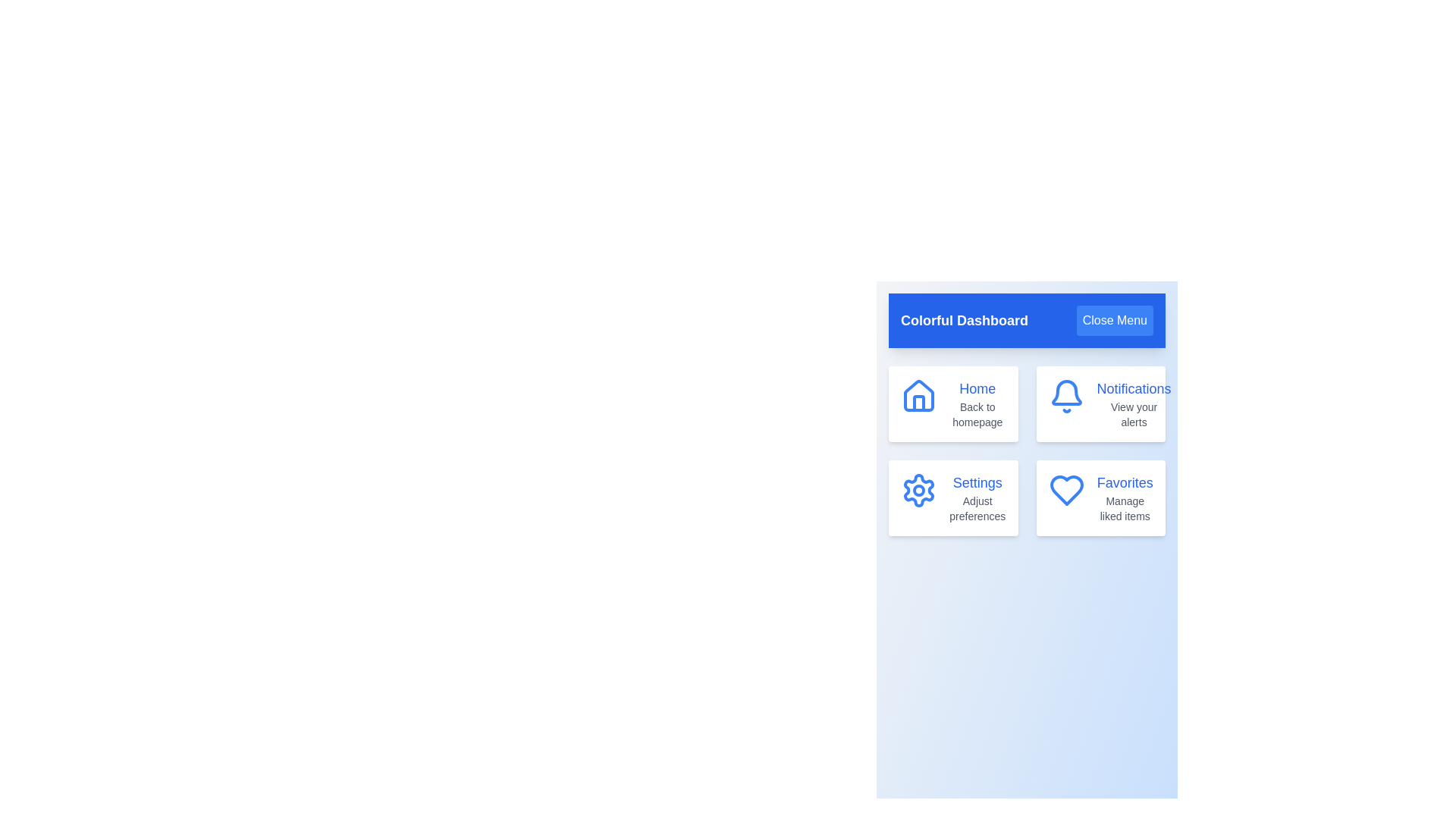 Image resolution: width=1456 pixels, height=819 pixels. What do you see at coordinates (1100, 497) in the screenshot?
I see `the menu item corresponding to Favorites` at bounding box center [1100, 497].